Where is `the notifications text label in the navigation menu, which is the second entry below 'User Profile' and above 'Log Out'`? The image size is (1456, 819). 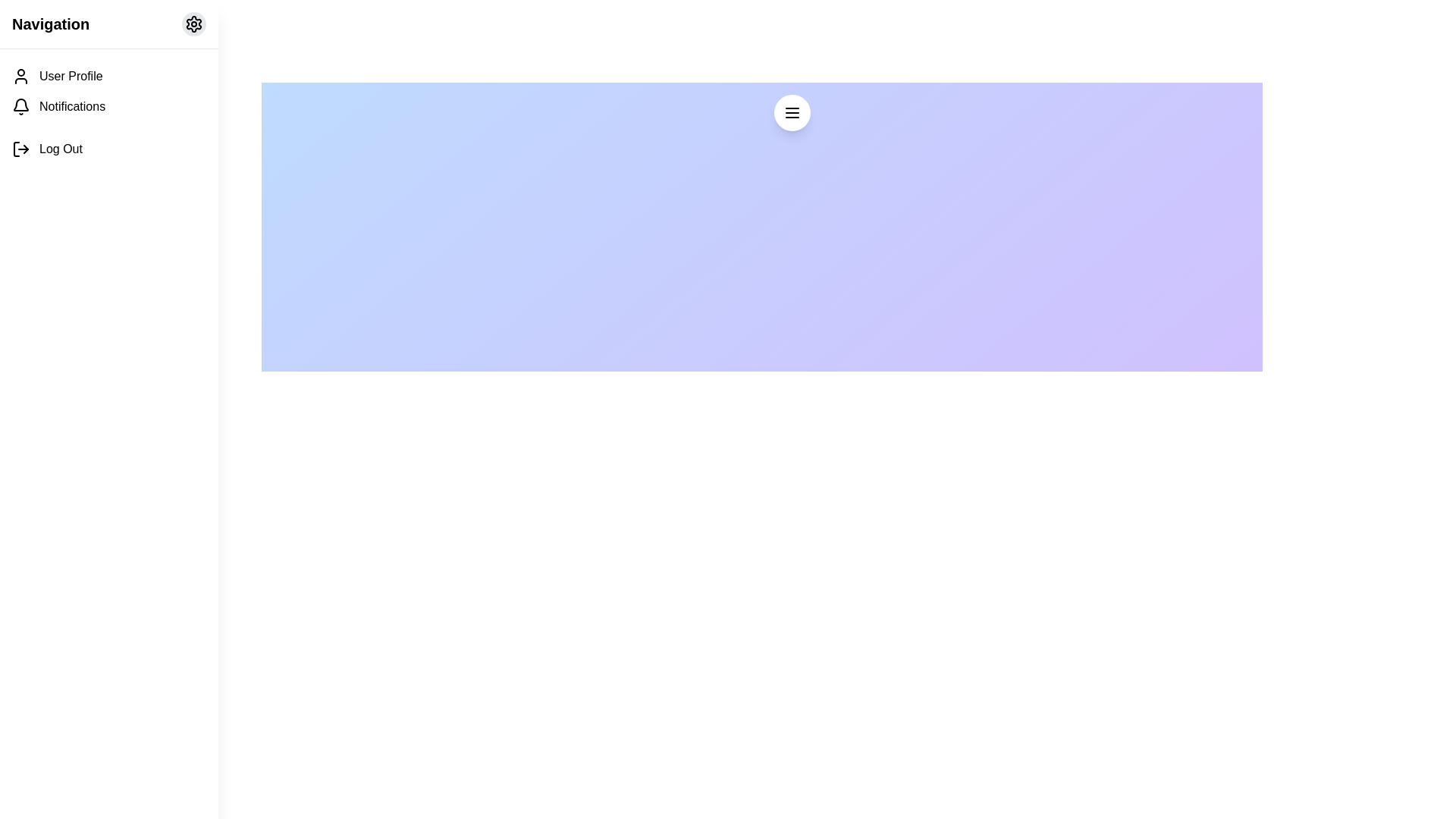 the notifications text label in the navigation menu, which is the second entry below 'User Profile' and above 'Log Out' is located at coordinates (71, 106).